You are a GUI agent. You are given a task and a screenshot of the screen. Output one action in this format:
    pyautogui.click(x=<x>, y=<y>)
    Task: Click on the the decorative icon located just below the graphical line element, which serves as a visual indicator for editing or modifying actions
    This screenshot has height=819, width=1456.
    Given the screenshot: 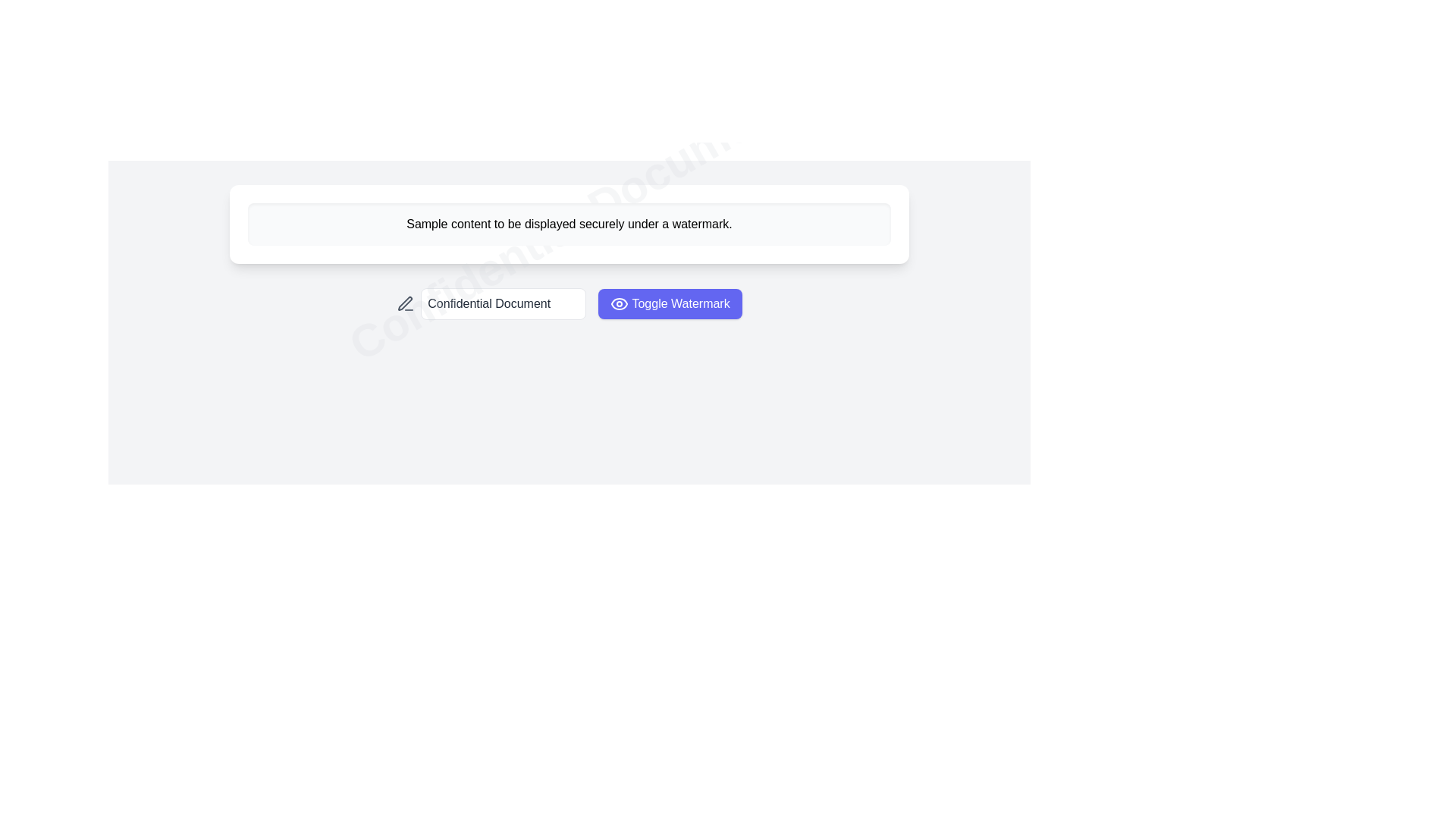 What is the action you would take?
    pyautogui.click(x=405, y=303)
    